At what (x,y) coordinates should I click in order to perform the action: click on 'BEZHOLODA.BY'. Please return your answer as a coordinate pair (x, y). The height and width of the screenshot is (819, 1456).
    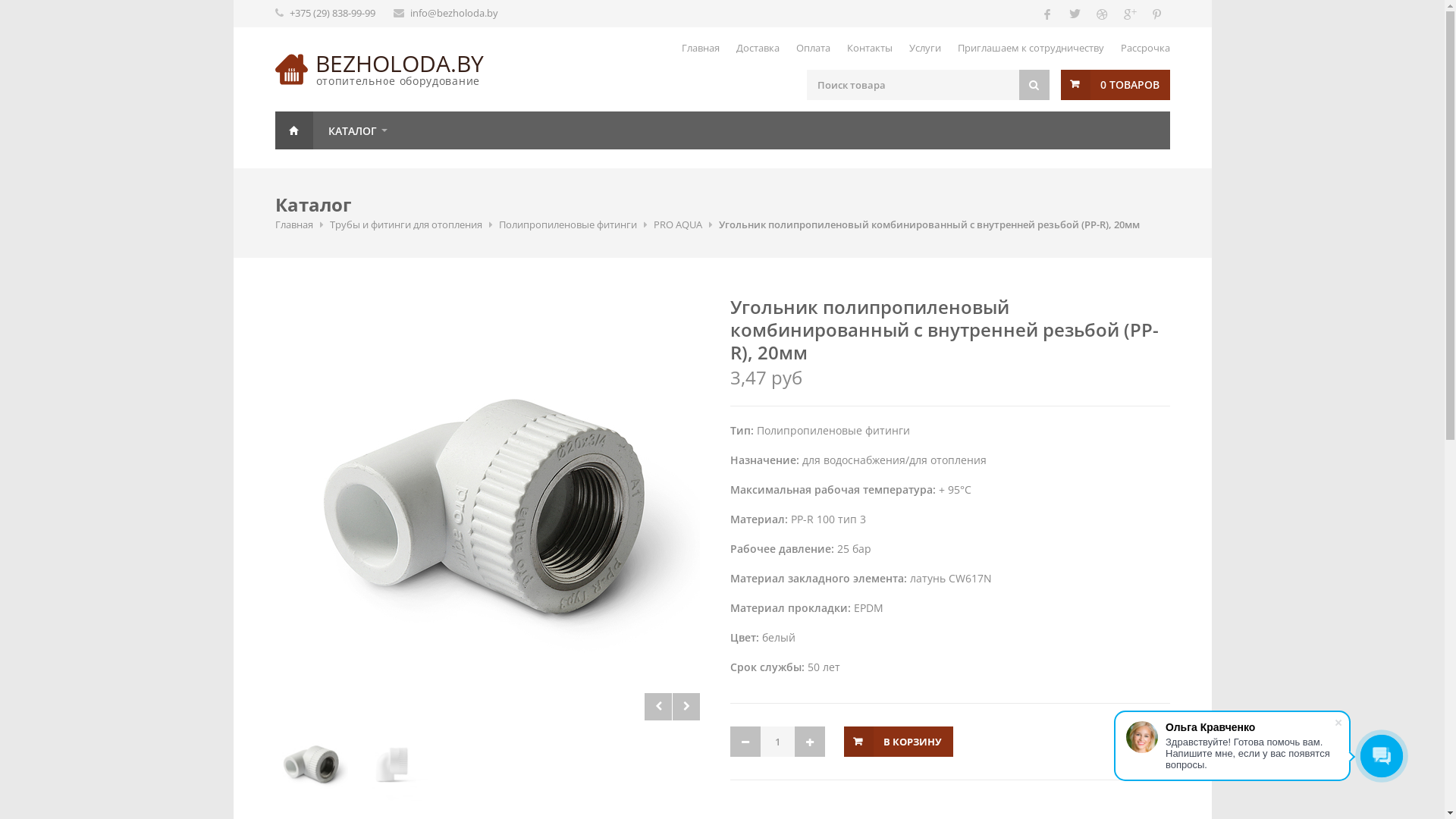
    Looking at the image, I should click on (400, 62).